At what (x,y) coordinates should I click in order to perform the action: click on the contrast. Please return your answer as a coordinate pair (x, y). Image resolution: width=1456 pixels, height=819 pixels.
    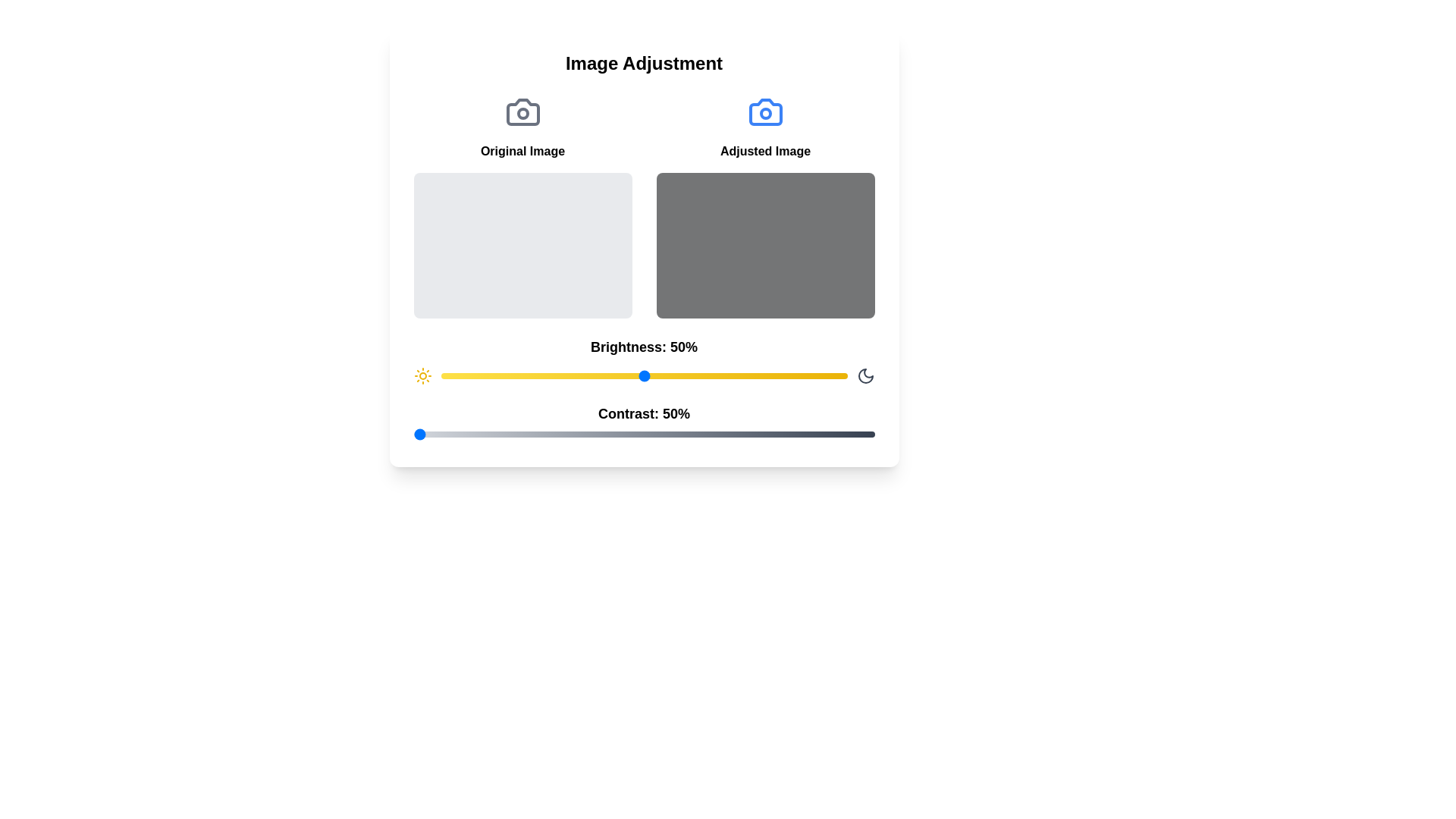
    Looking at the image, I should click on (570, 435).